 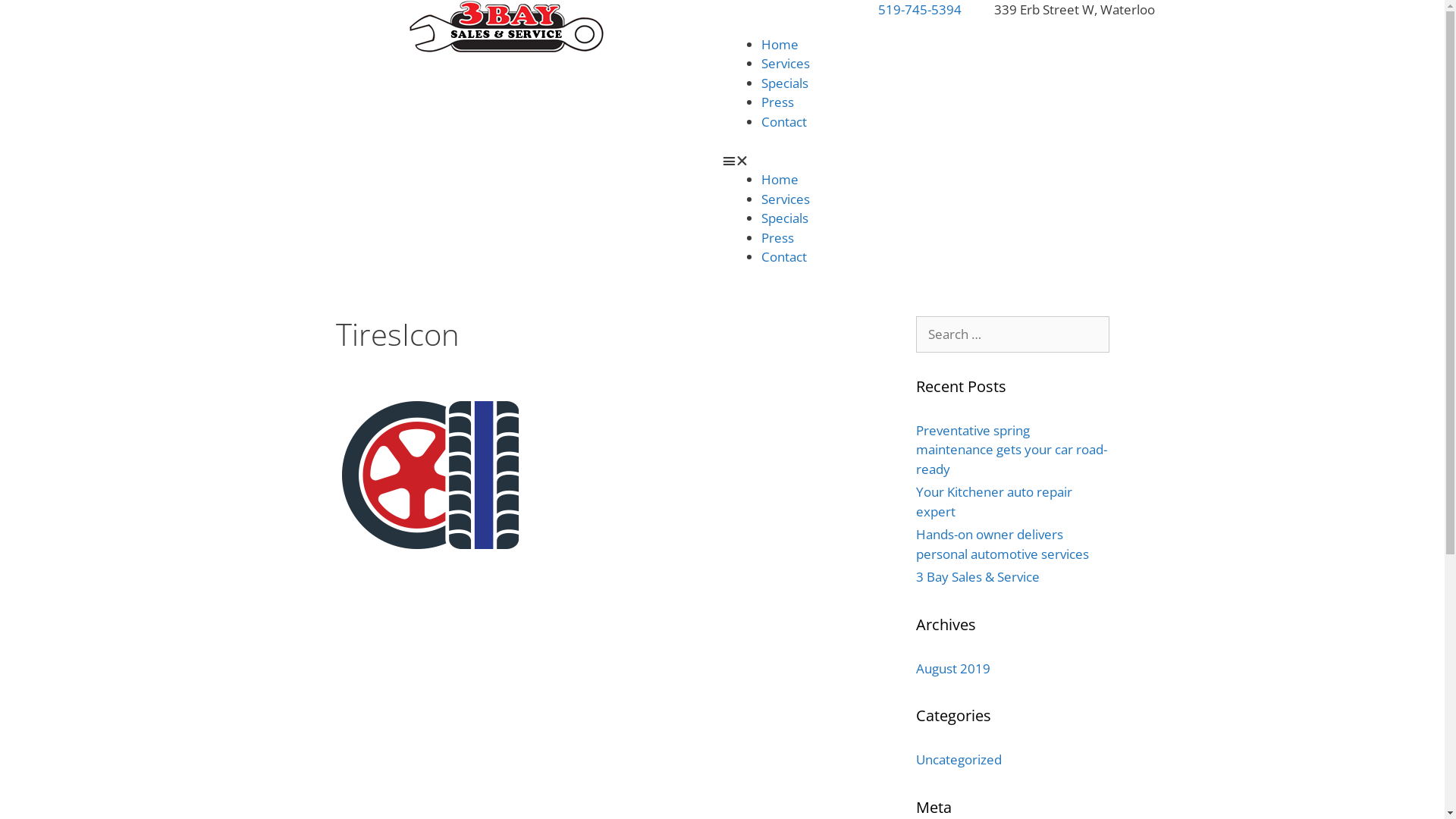 I want to click on 'Preventative spring maintenance gets your car road-ready', so click(x=1012, y=449).